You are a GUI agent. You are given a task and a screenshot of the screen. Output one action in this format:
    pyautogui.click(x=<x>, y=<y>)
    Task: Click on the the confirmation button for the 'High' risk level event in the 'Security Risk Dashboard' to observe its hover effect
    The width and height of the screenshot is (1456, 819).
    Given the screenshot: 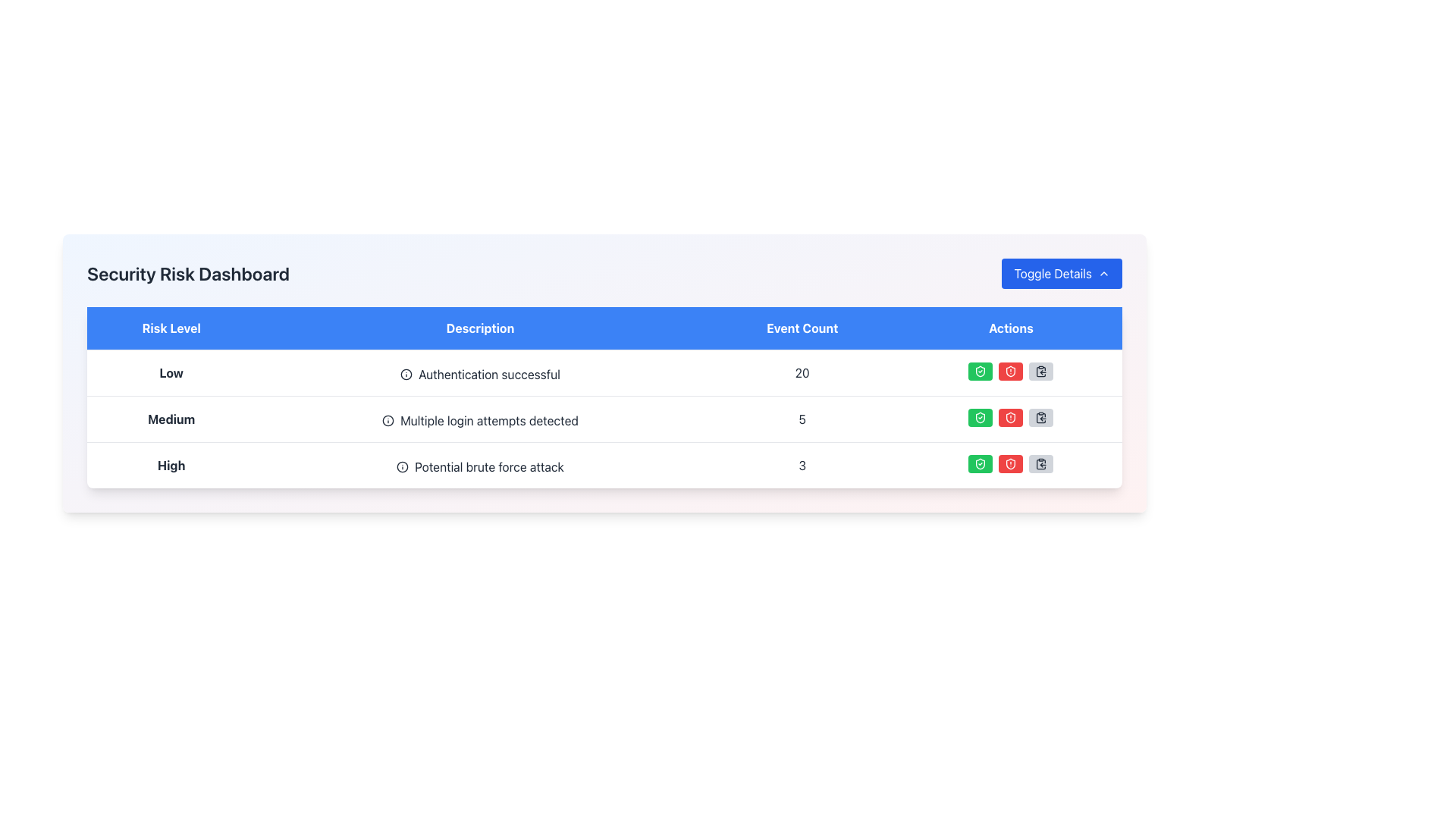 What is the action you would take?
    pyautogui.click(x=981, y=463)
    